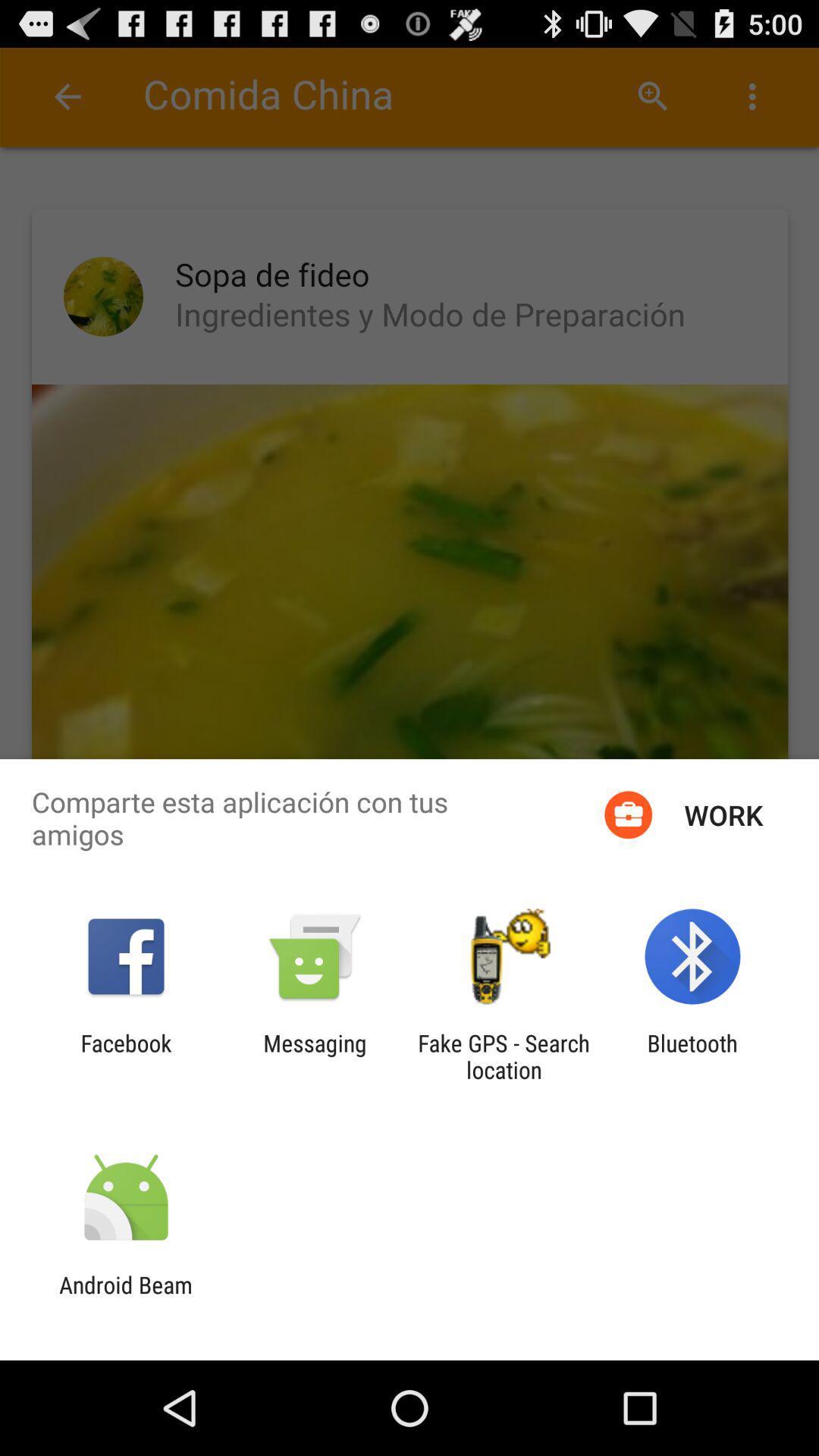 This screenshot has width=819, height=1456. What do you see at coordinates (692, 1056) in the screenshot?
I see `app next to the fake gps search app` at bounding box center [692, 1056].